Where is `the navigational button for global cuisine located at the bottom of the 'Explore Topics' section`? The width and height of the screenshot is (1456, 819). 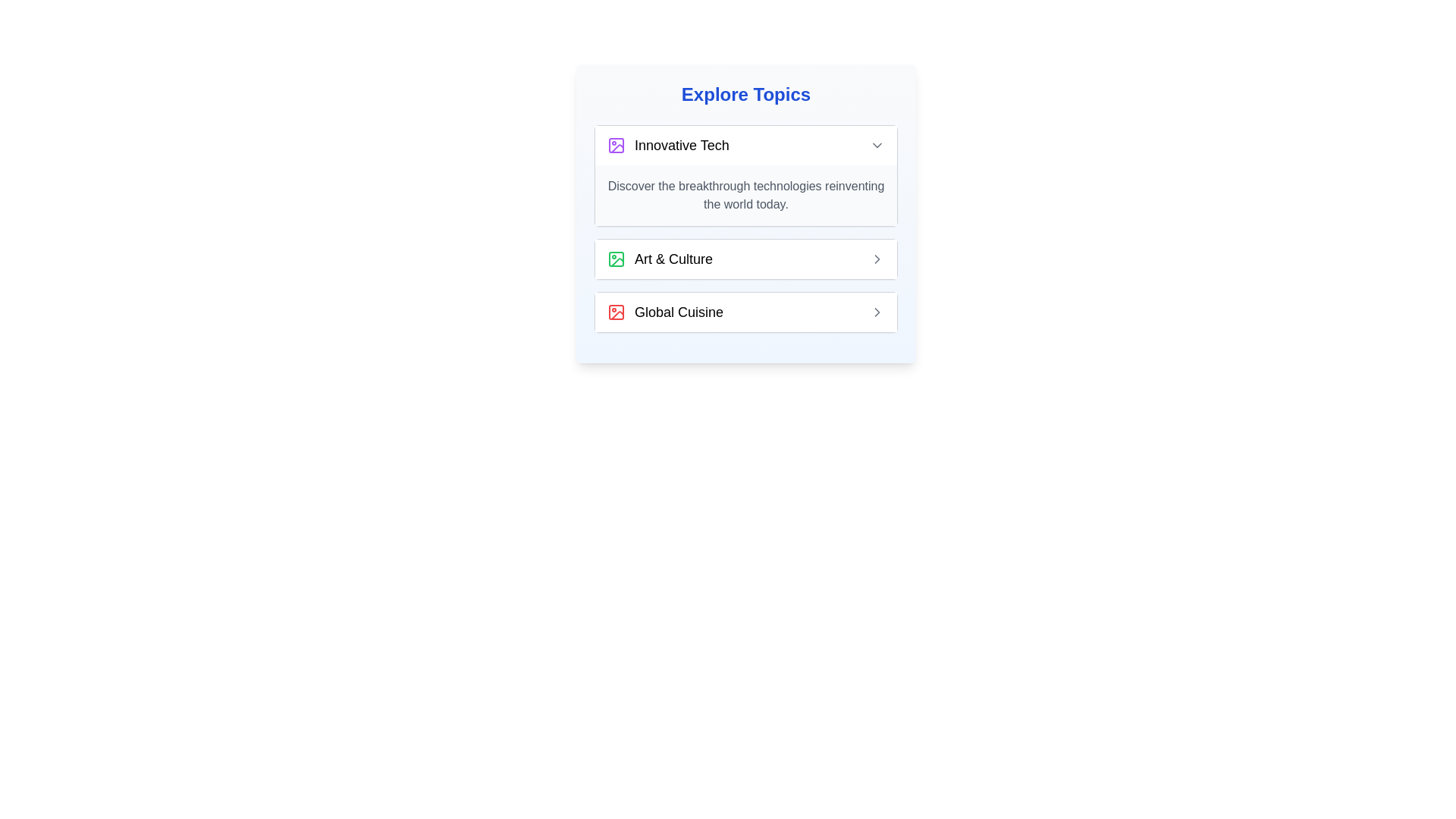
the navigational button for global cuisine located at the bottom of the 'Explore Topics' section is located at coordinates (745, 312).